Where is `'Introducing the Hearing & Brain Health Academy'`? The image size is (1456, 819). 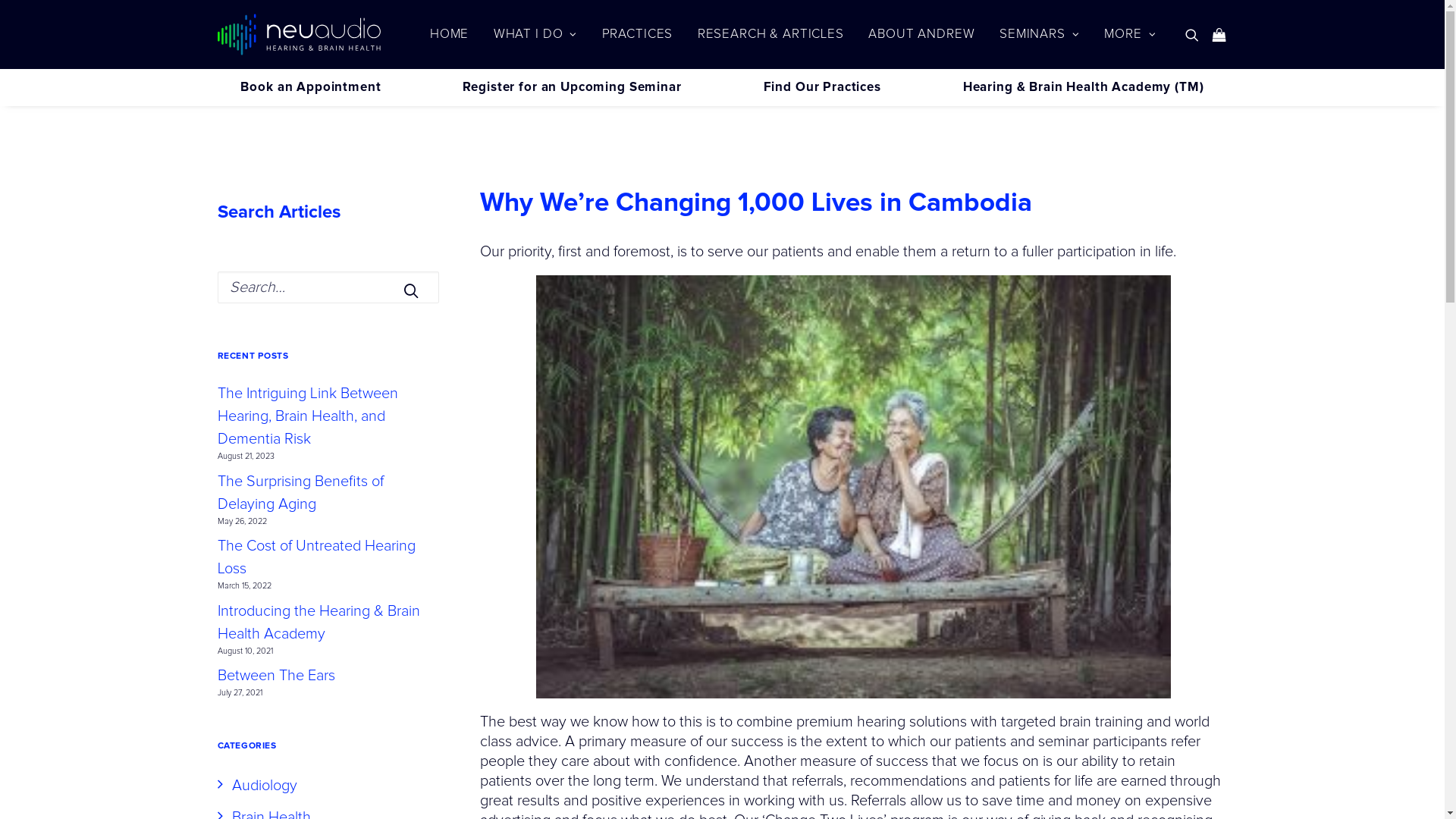
'Introducing the Hearing & Brain Health Academy' is located at coordinates (216, 623).